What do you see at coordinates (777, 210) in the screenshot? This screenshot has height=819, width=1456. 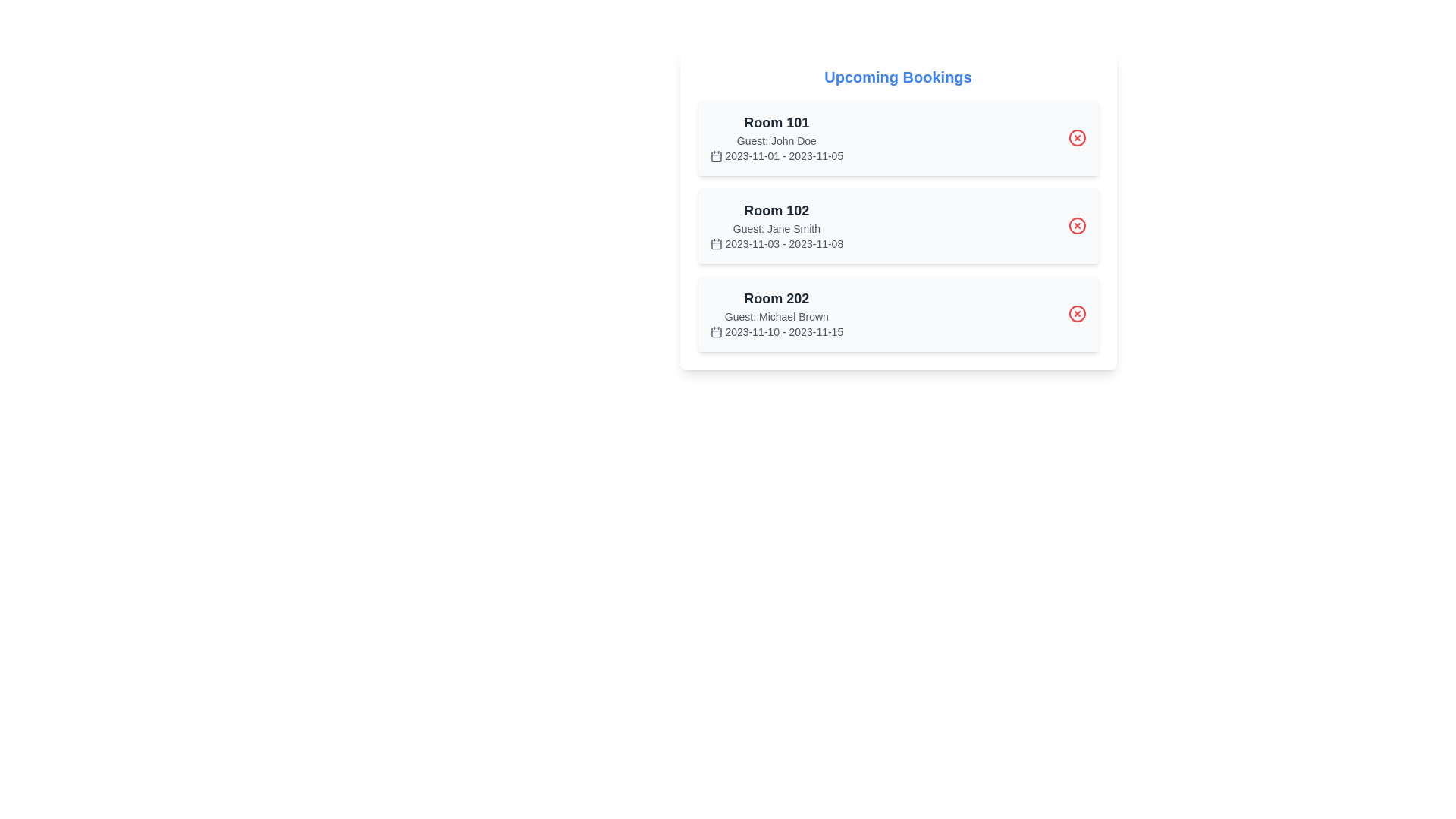 I see `the Text Display that specifies the room number associated with a booking, located in the second block of 'Upcoming Bookings' for Room 102` at bounding box center [777, 210].